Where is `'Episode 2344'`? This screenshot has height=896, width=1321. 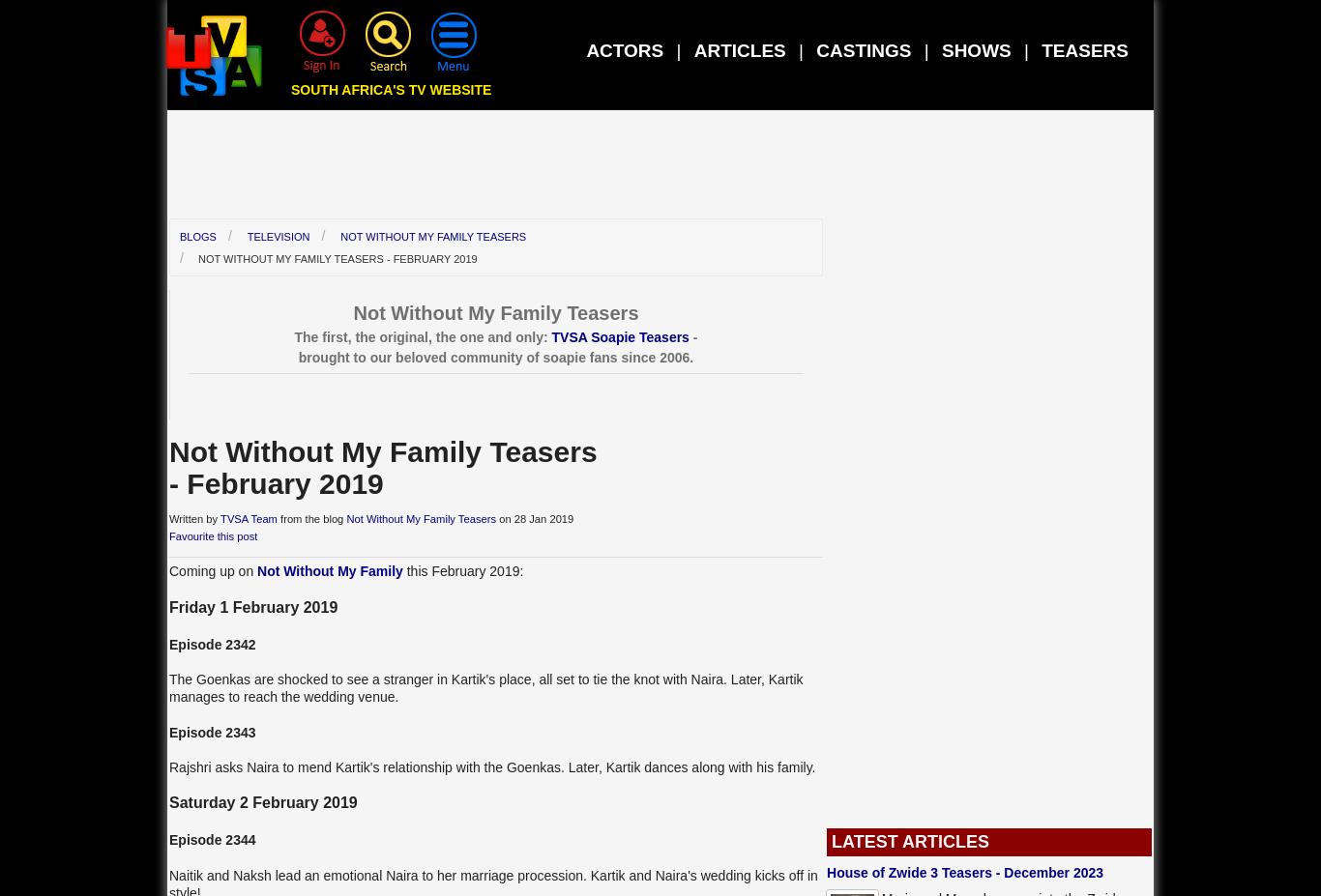
'Episode 2344' is located at coordinates (167, 839).